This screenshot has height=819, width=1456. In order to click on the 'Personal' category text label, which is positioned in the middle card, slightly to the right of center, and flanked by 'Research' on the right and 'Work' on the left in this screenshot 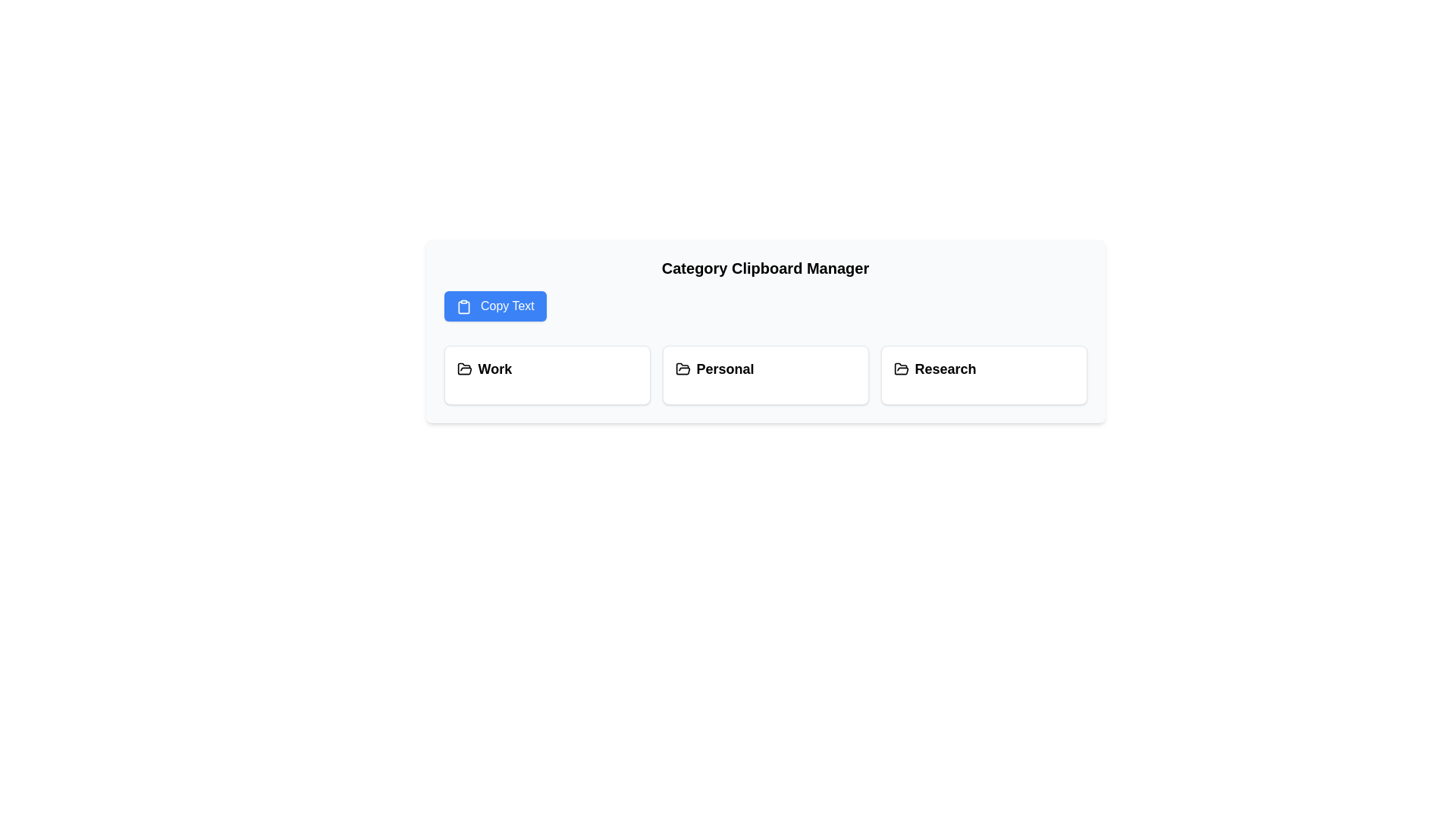, I will do `click(723, 369)`.